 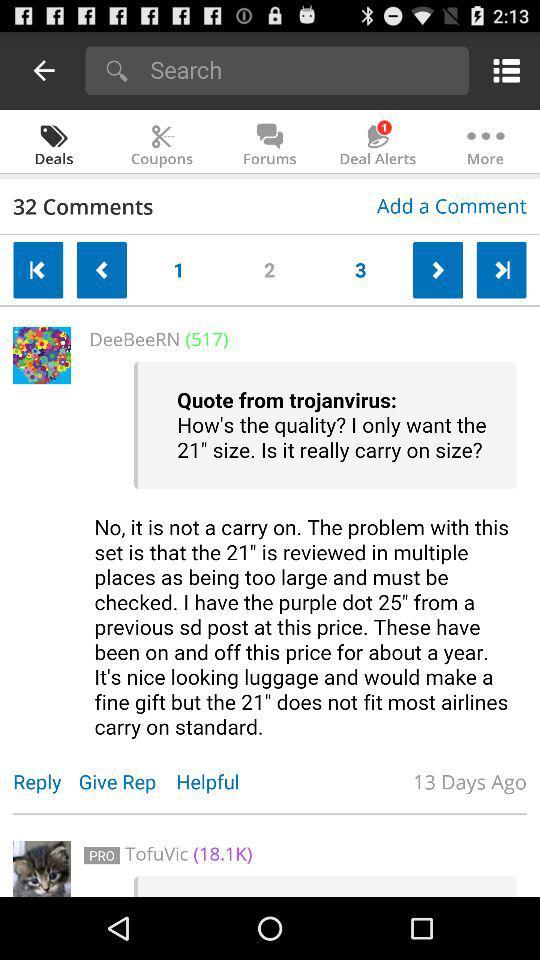 What do you see at coordinates (38, 269) in the screenshot?
I see `go back` at bounding box center [38, 269].